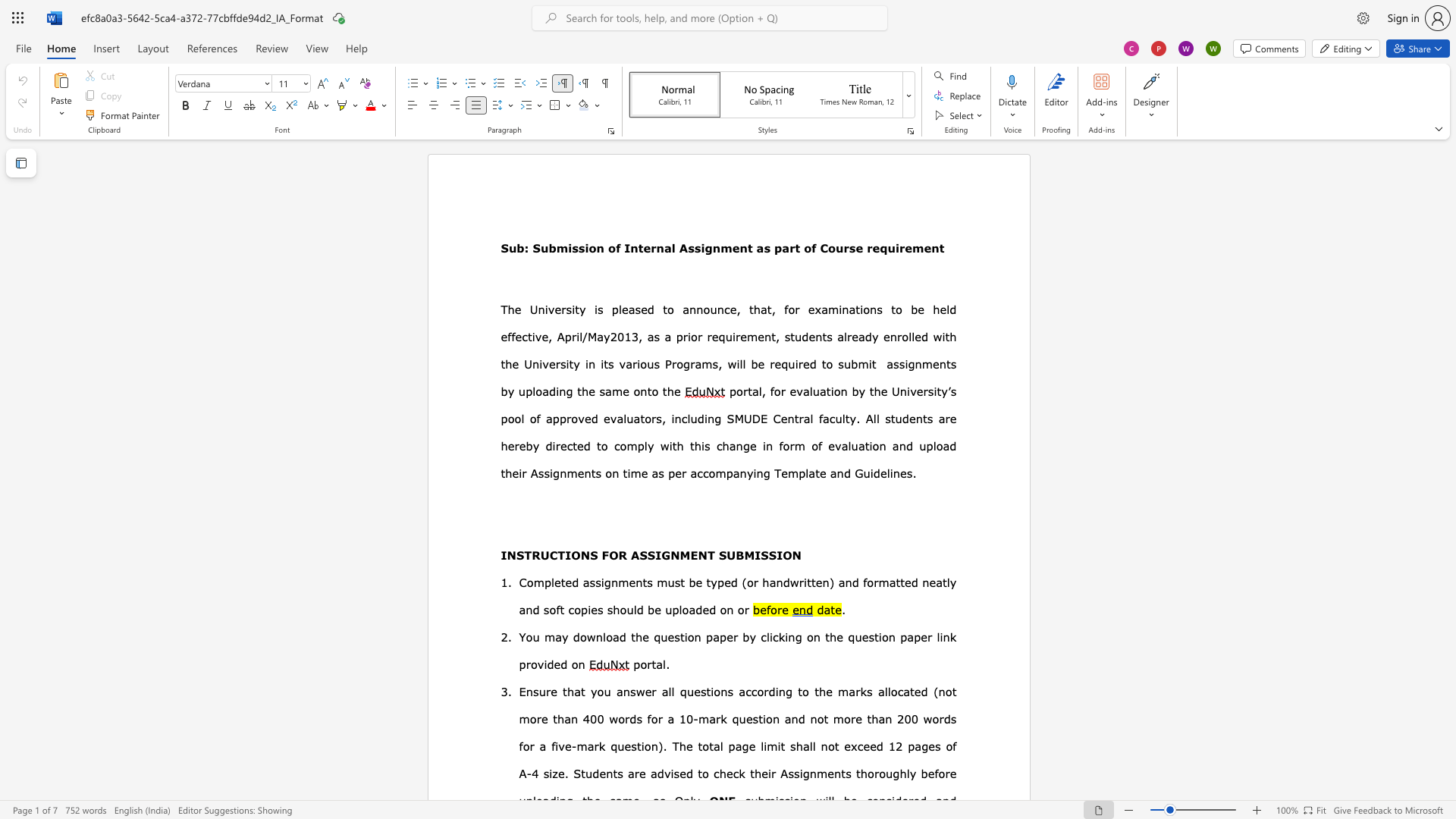  Describe the element at coordinates (548, 444) in the screenshot. I see `the 4th character "d" in the text` at that location.